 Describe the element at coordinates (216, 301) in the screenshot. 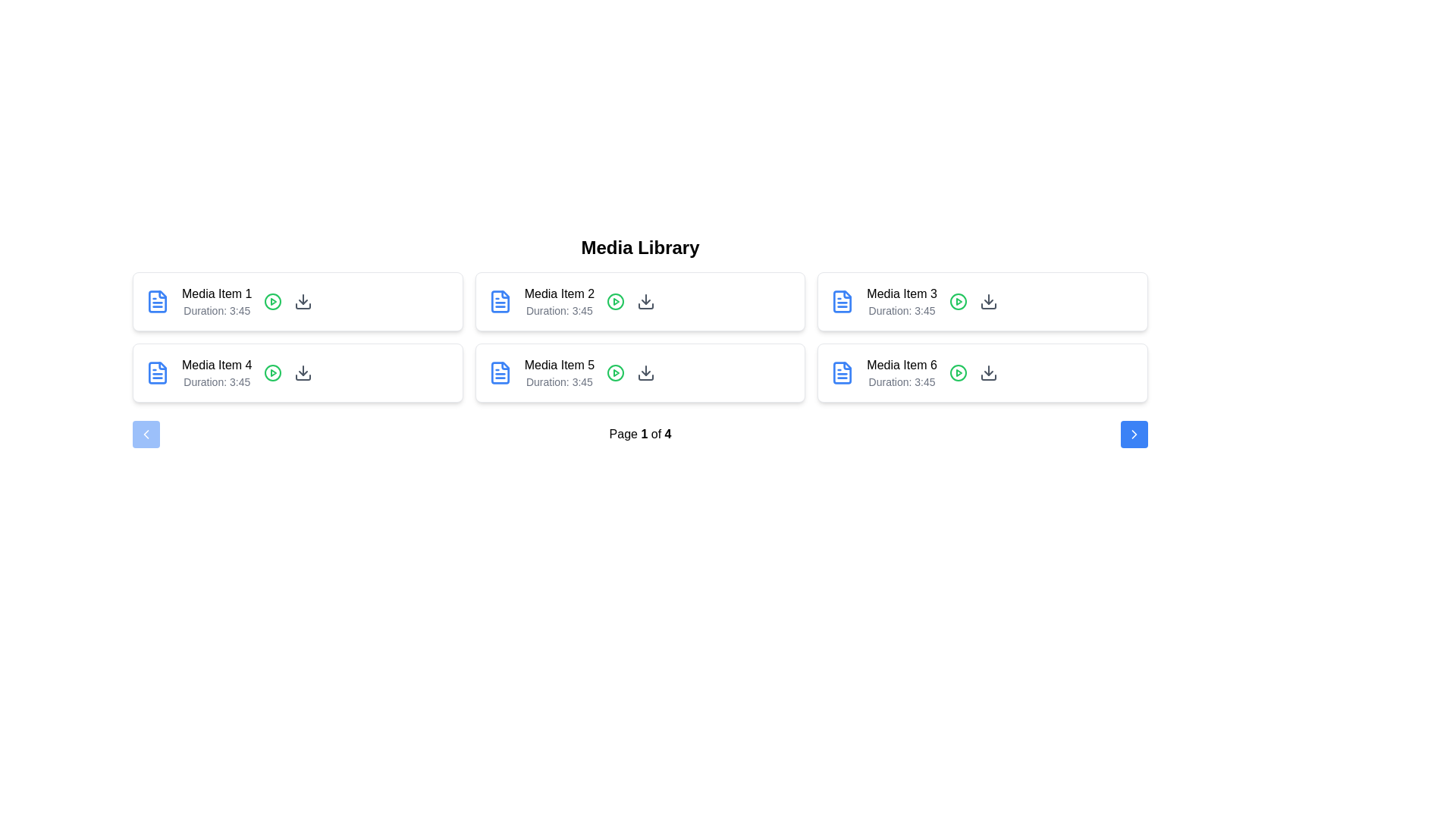

I see `the text label that provides the name and duration of the media item located in the first card on the top-left corner of the media library section` at that location.